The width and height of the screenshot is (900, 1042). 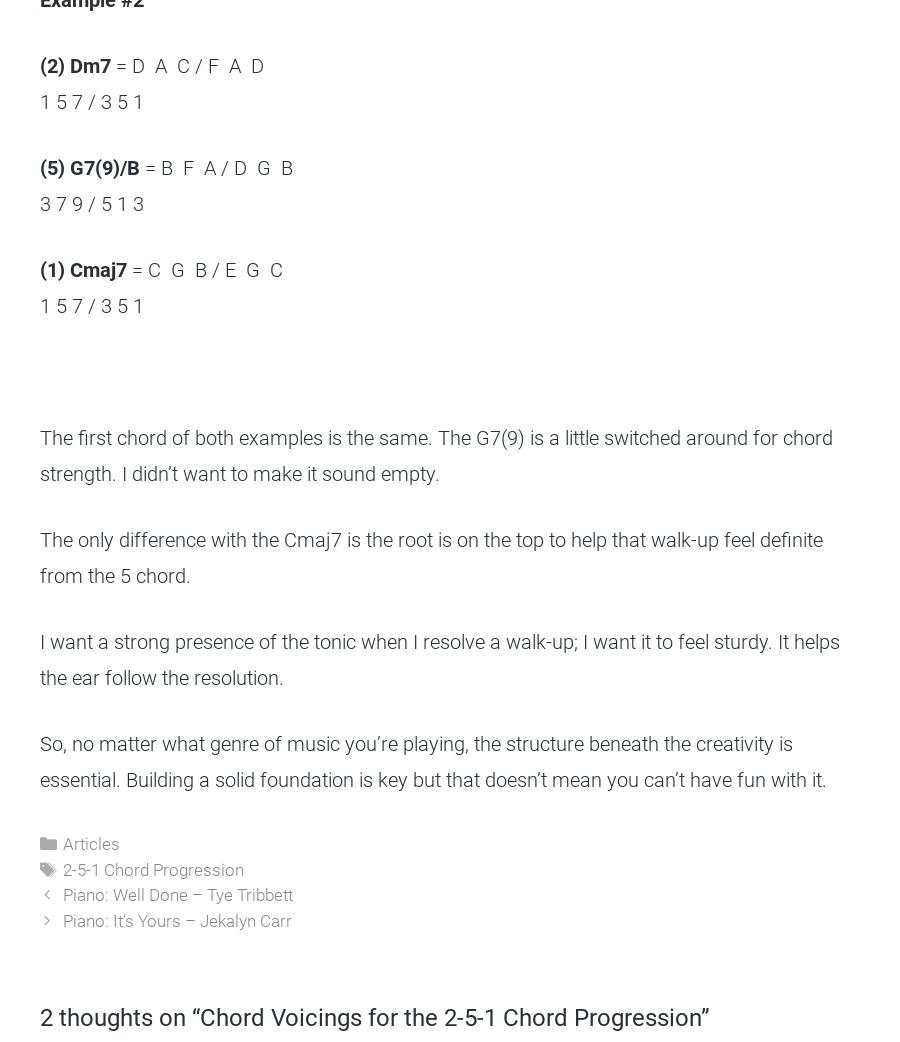 What do you see at coordinates (89, 167) in the screenshot?
I see `'(5) G7(9)/B'` at bounding box center [89, 167].